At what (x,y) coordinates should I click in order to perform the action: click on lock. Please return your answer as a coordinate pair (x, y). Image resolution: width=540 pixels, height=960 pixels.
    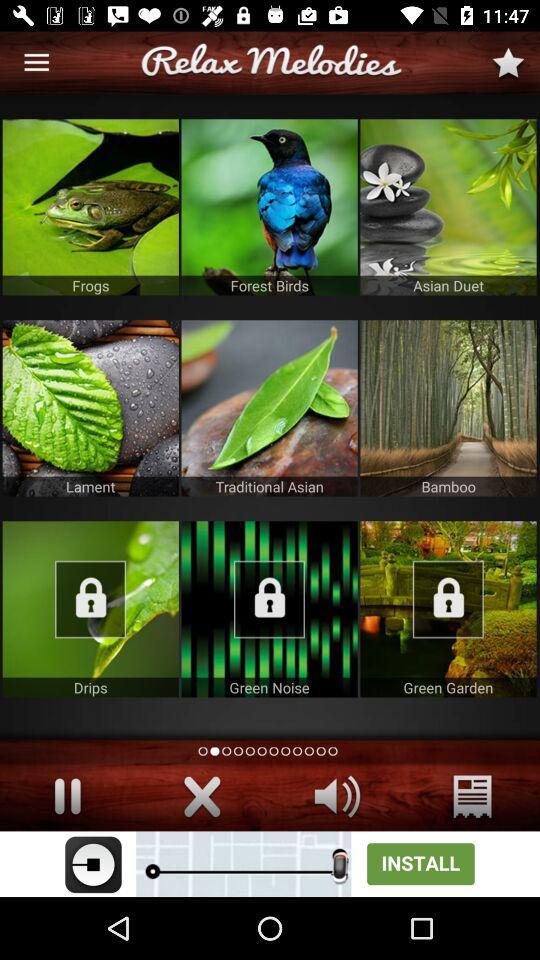
    Looking at the image, I should click on (269, 608).